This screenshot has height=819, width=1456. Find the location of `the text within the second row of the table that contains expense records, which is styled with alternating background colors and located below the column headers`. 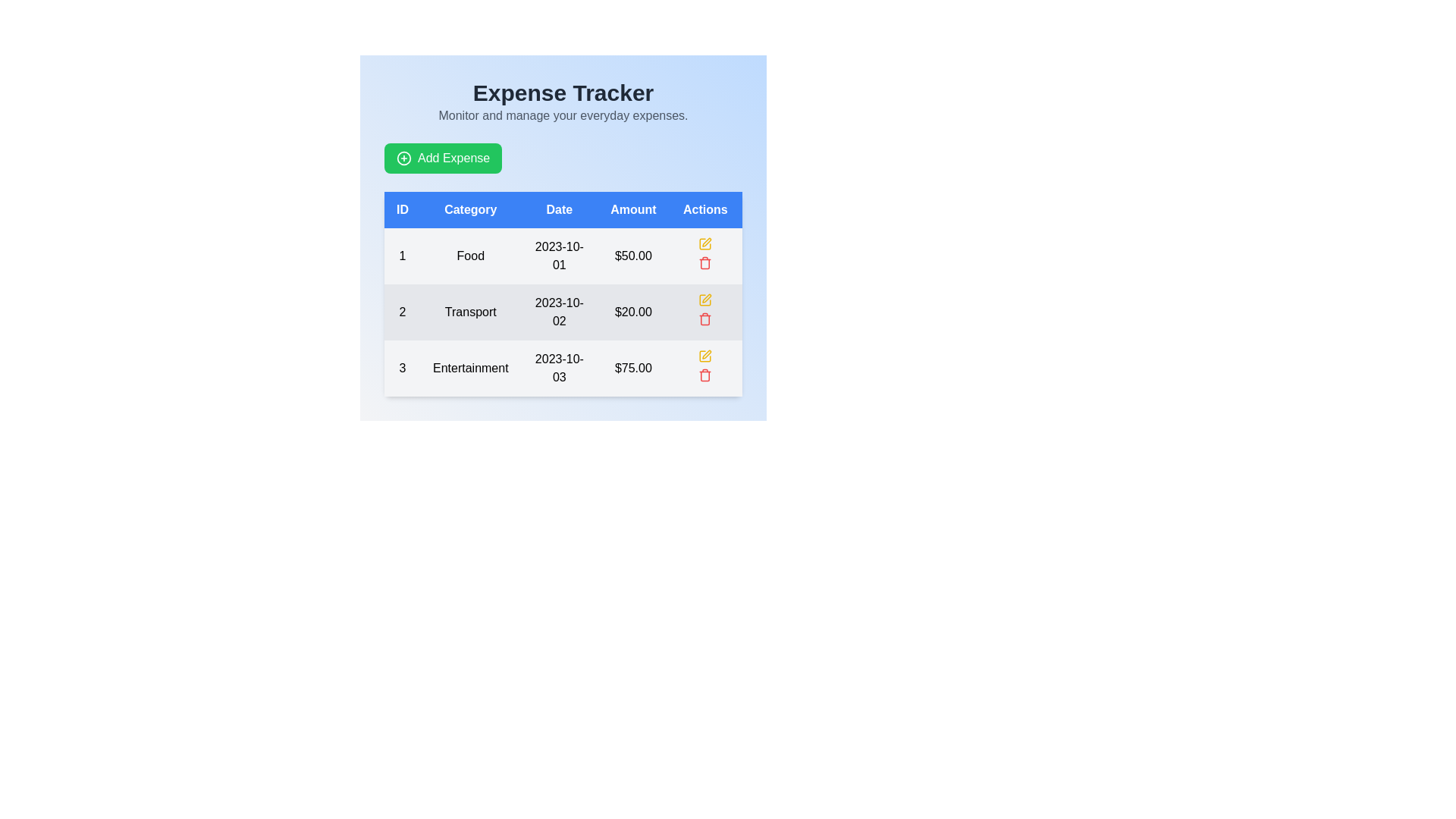

the text within the second row of the table that contains expense records, which is styled with alternating background colors and located below the column headers is located at coordinates (563, 294).